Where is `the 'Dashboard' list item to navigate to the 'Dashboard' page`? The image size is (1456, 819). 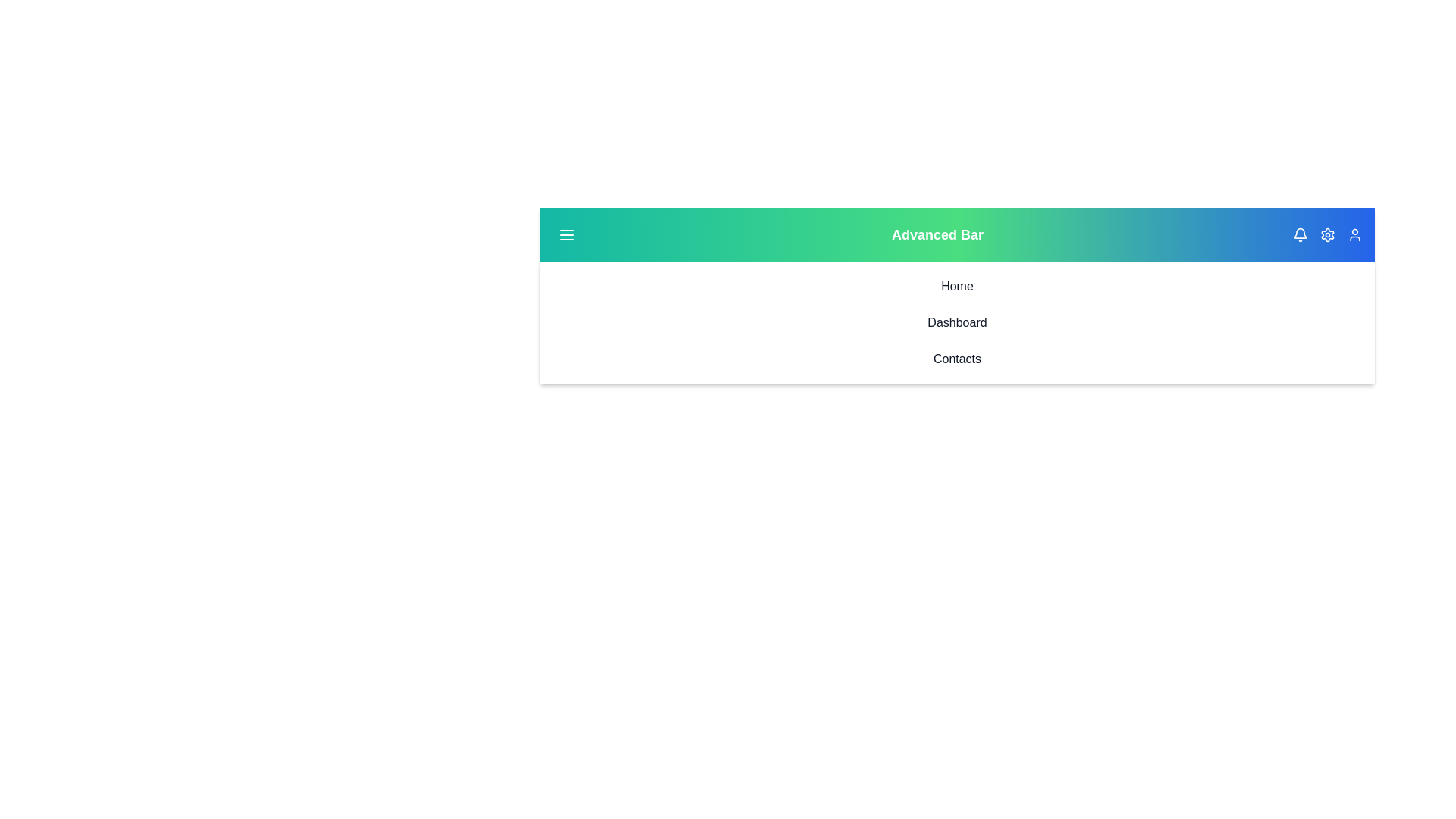 the 'Dashboard' list item to navigate to the 'Dashboard' page is located at coordinates (956, 322).